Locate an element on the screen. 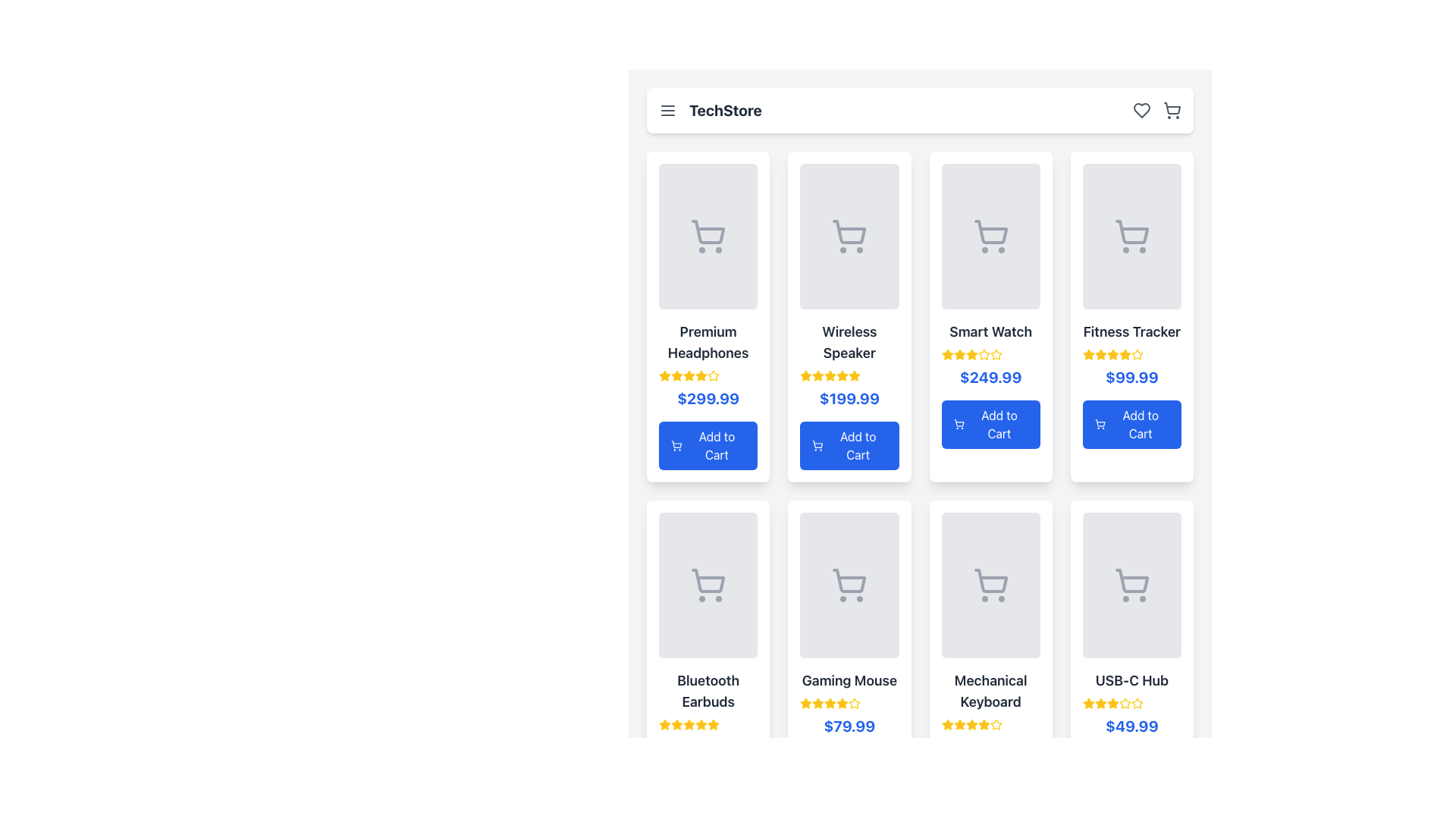  the yellow star icon representing the rating in the fifth product card (Bluetooth Earbuds), located under the product title and above the price is located at coordinates (712, 723).